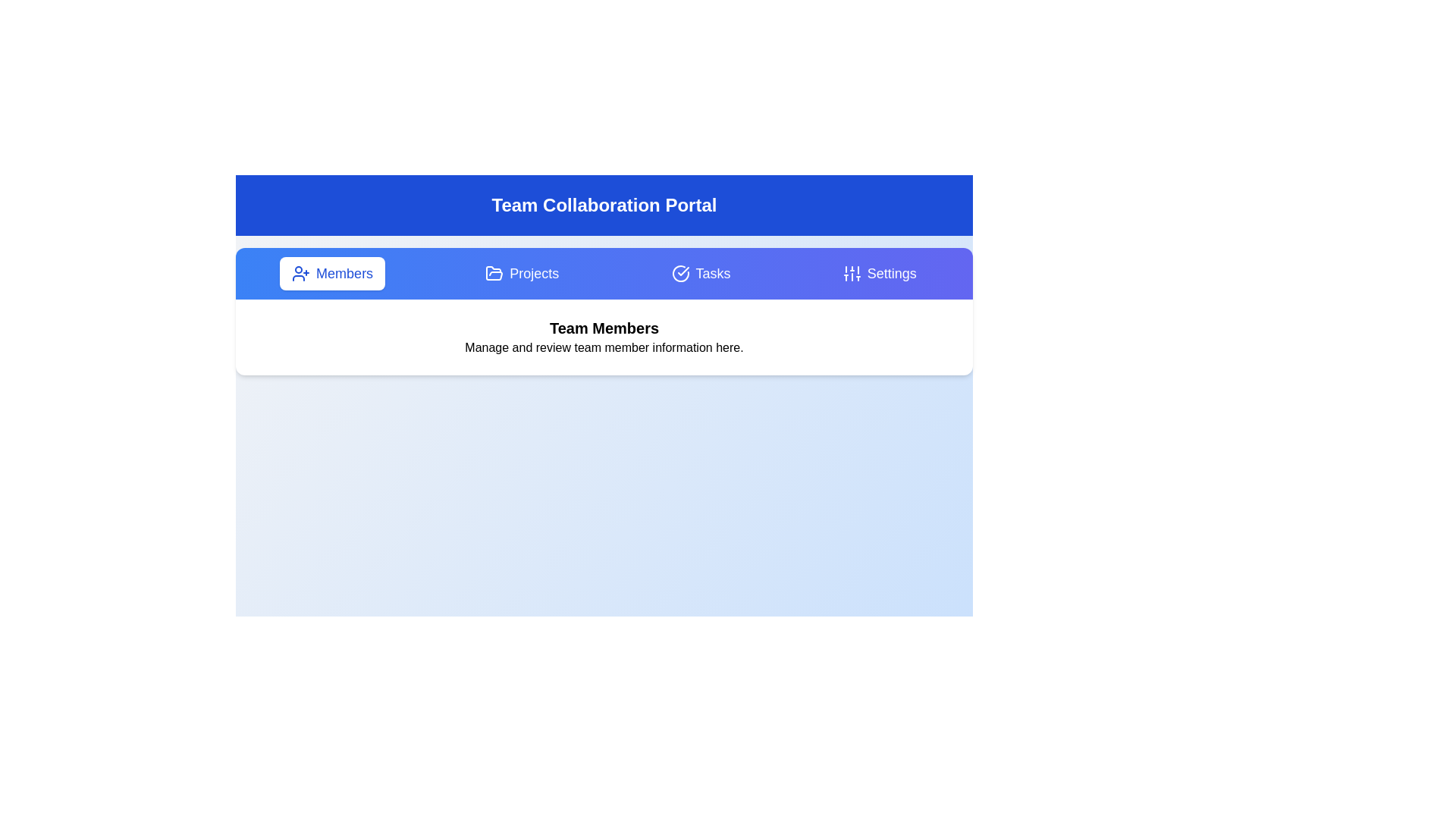  What do you see at coordinates (712, 274) in the screenshot?
I see `the 'Tasks' text label located in the header section of the interface, which is the third item in the horizontal navigation bar, positioned between 'Projects' and 'Settings'` at bounding box center [712, 274].